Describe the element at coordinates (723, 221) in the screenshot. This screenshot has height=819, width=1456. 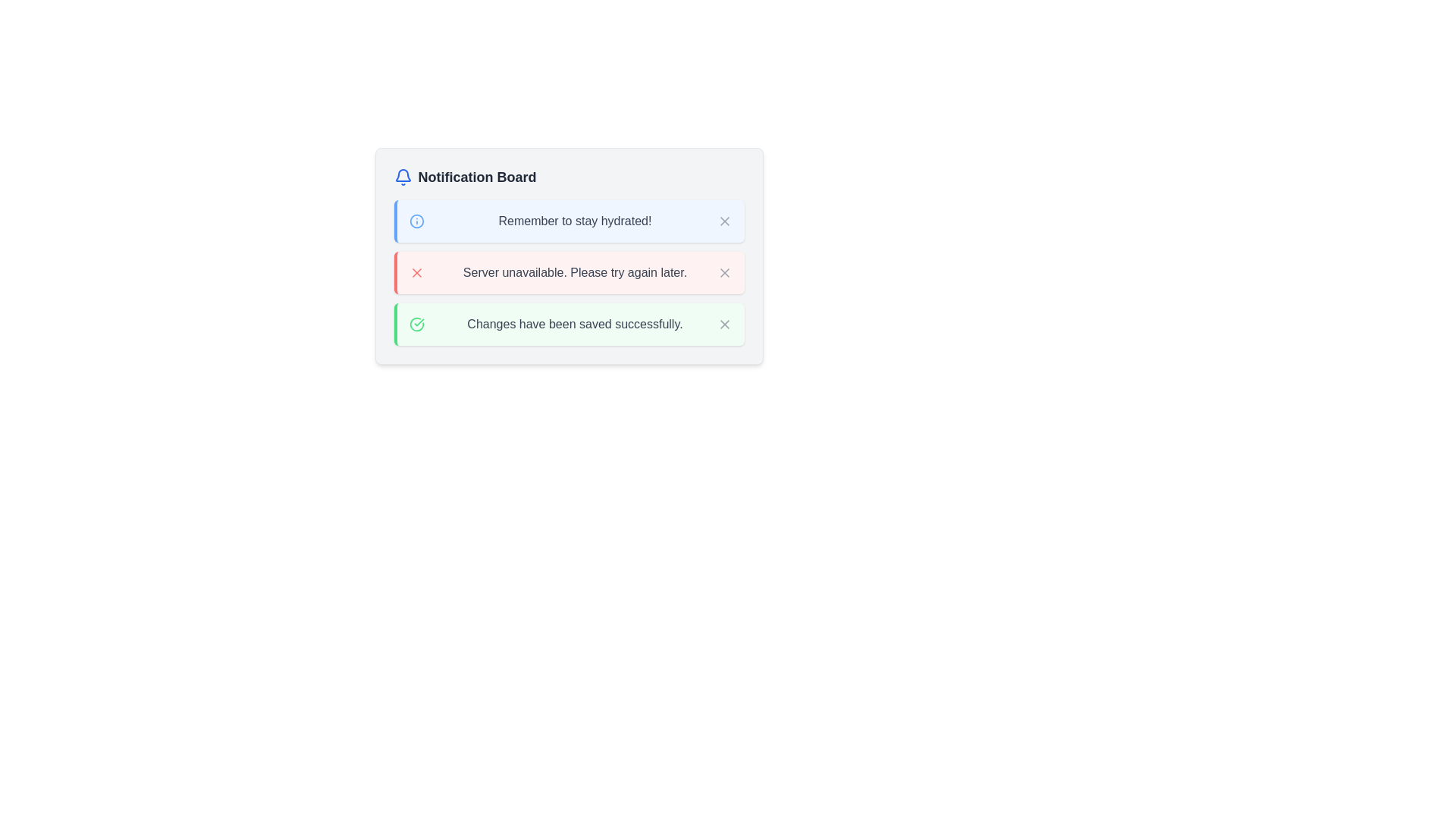
I see `the close button located in the top-right corner of the blue notification box labeled 'Remember to stay hydrated!'` at that location.